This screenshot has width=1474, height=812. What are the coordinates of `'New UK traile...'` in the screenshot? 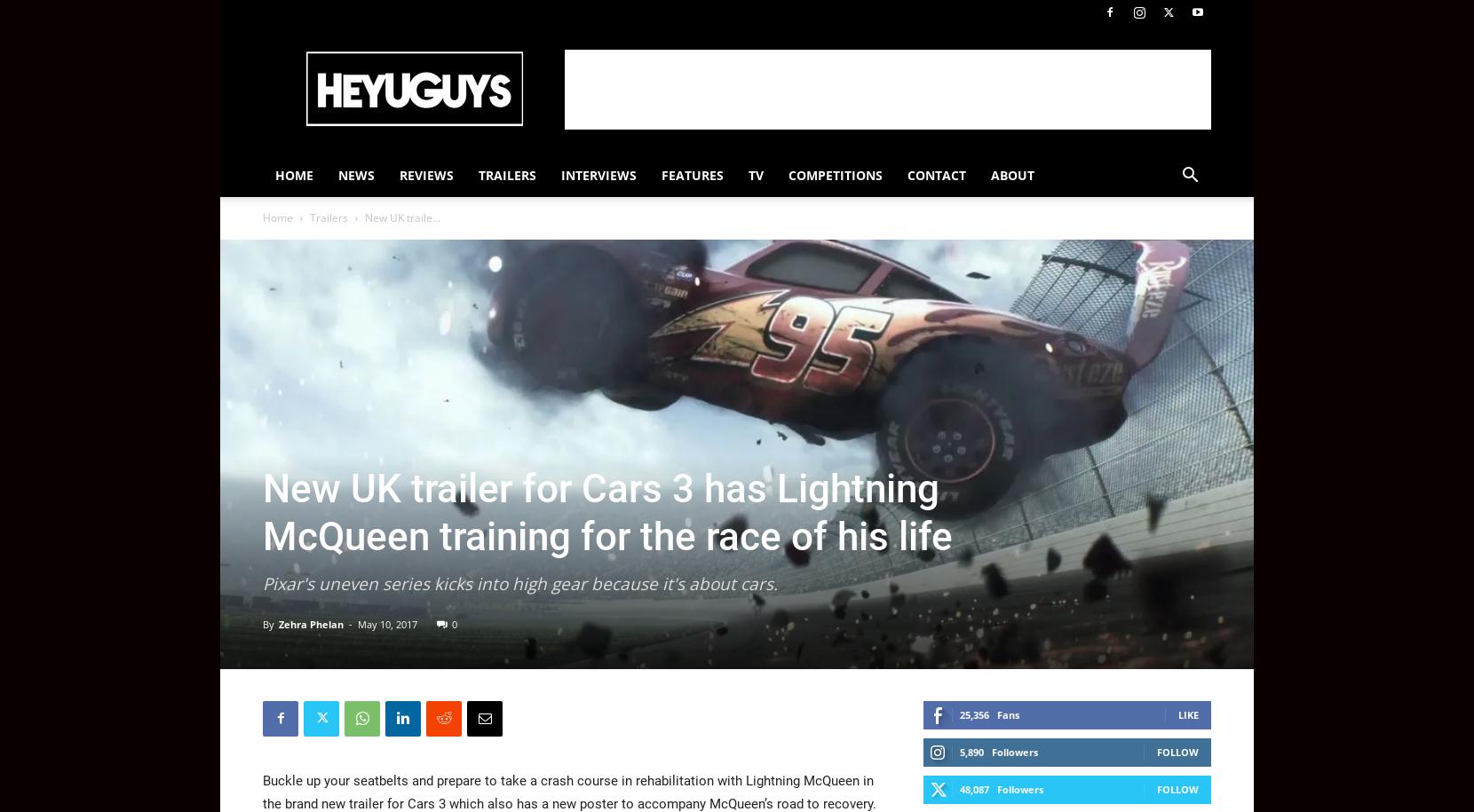 It's located at (401, 217).